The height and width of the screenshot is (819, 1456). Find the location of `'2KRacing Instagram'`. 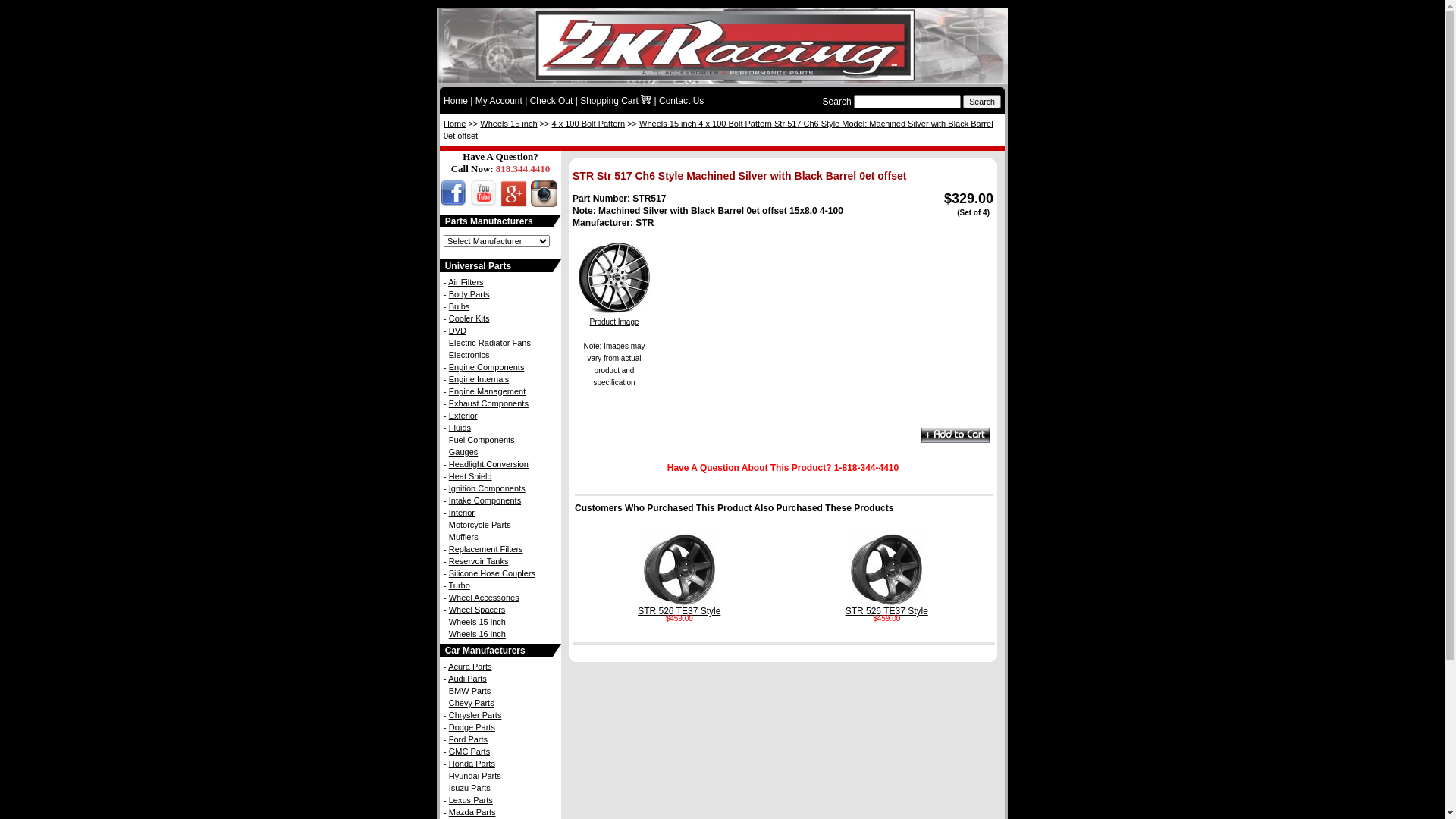

'2KRacing Instagram' is located at coordinates (542, 202).